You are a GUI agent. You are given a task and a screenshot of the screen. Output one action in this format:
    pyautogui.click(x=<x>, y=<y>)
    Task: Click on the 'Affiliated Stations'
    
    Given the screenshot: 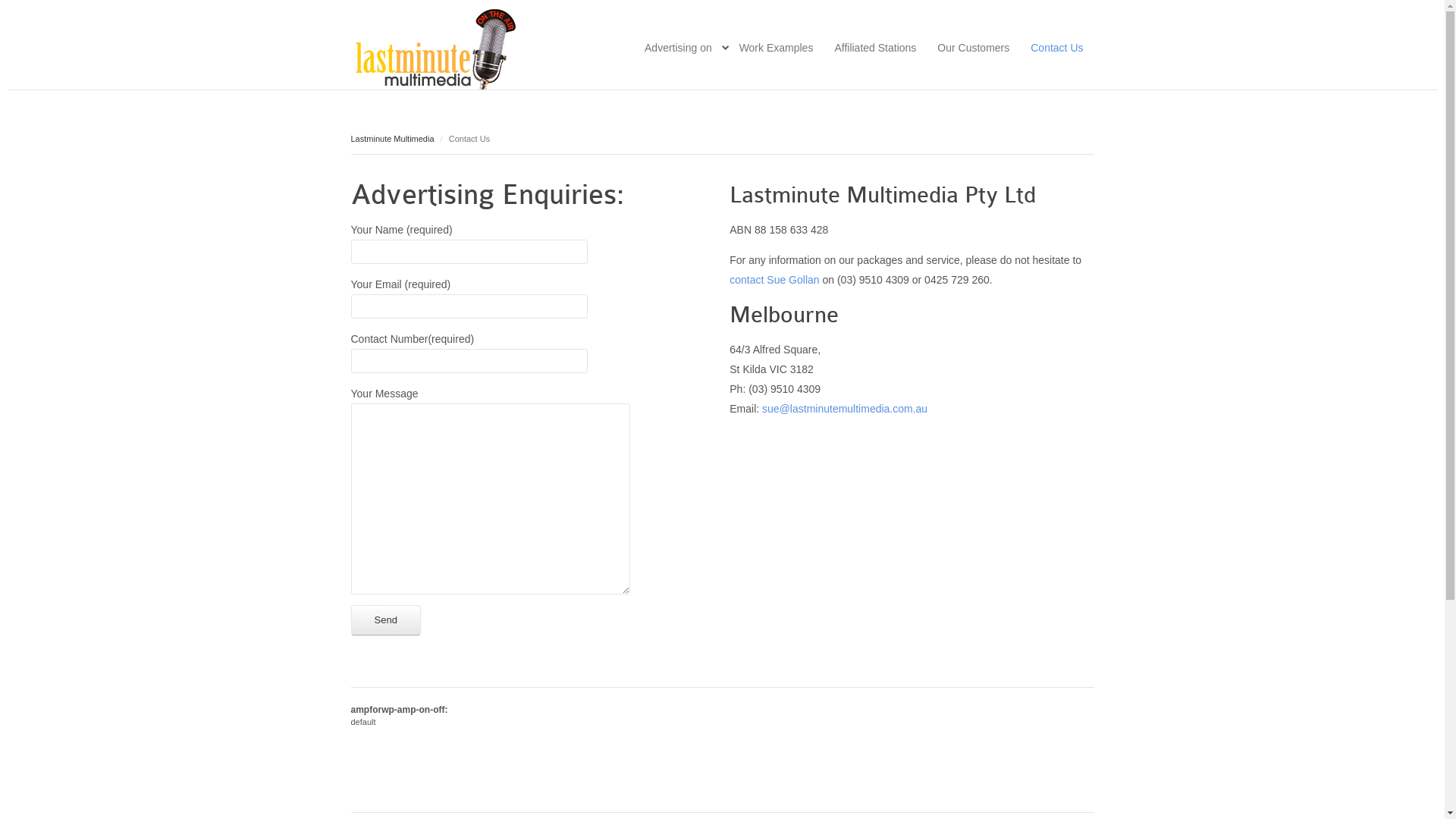 What is the action you would take?
    pyautogui.click(x=874, y=46)
    